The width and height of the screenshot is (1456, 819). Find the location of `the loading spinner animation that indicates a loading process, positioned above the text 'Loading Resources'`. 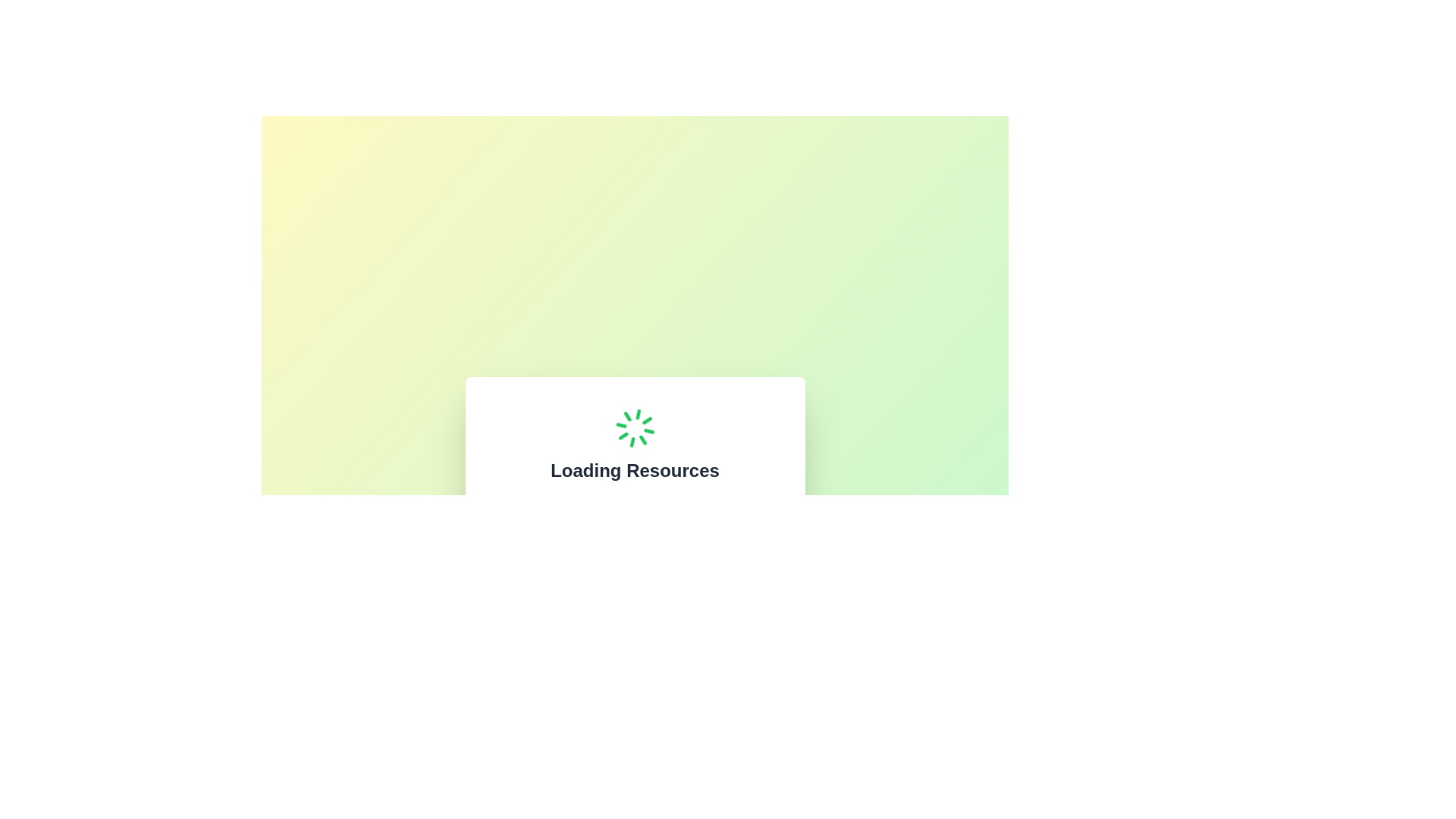

the loading spinner animation that indicates a loading process, positioned above the text 'Loading Resources' is located at coordinates (635, 428).